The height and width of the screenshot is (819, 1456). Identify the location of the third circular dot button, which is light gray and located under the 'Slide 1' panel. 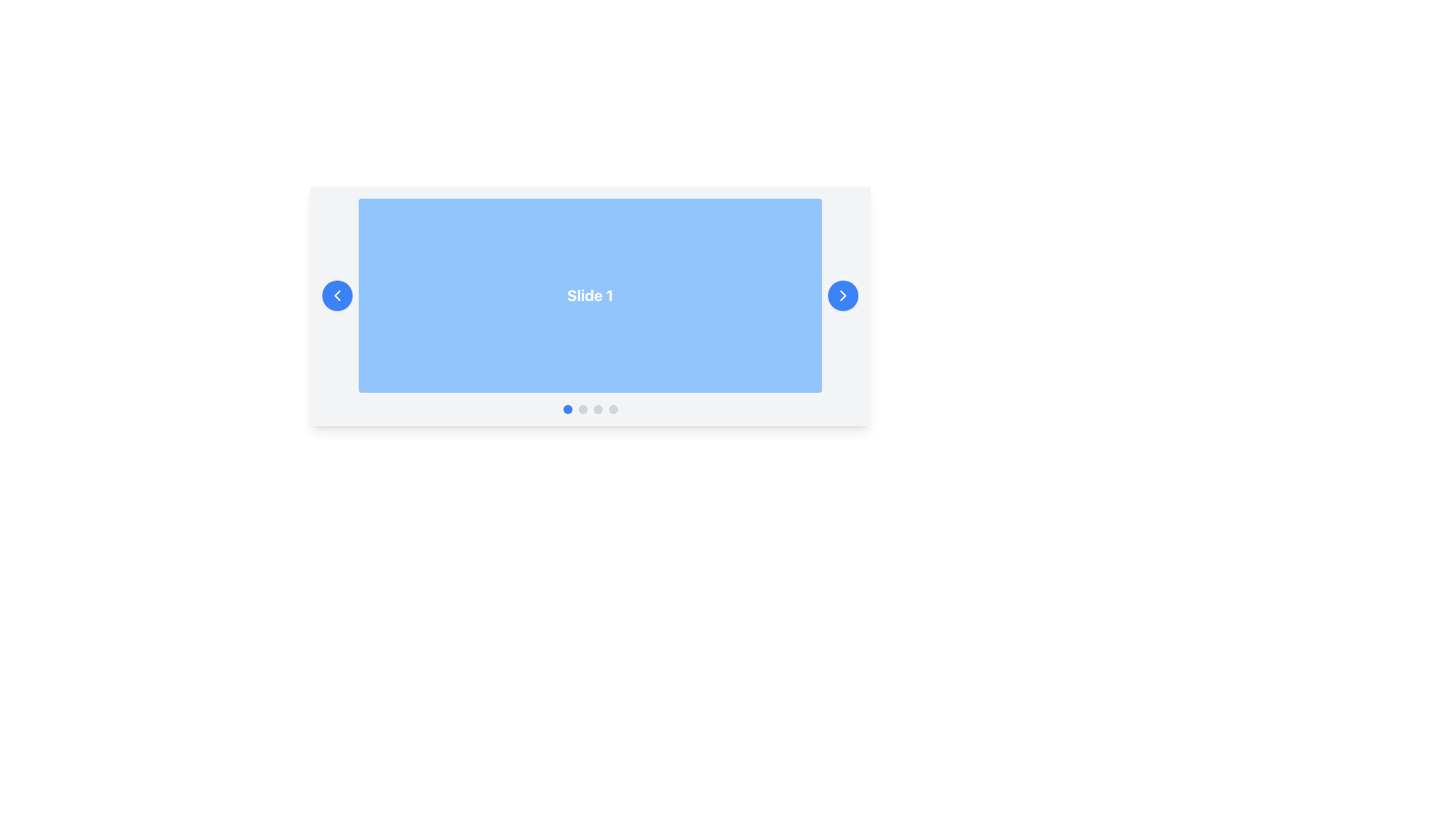
(597, 409).